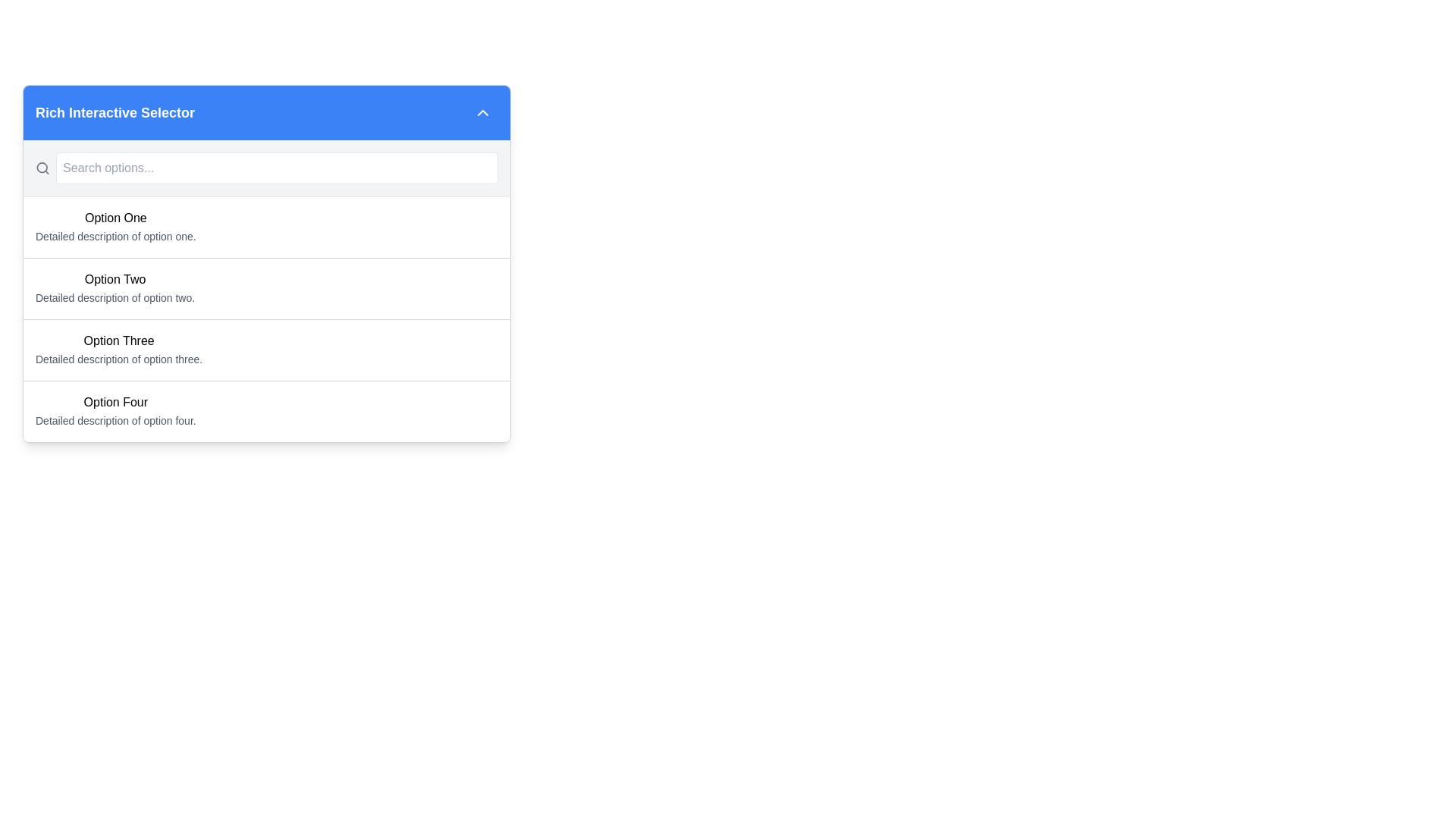 This screenshot has height=819, width=1456. What do you see at coordinates (115, 402) in the screenshot?
I see `the text label indicating the fourth option in the vertical list, which is located below 'Option Three' and above the description 'Detailed description of option four.'` at bounding box center [115, 402].